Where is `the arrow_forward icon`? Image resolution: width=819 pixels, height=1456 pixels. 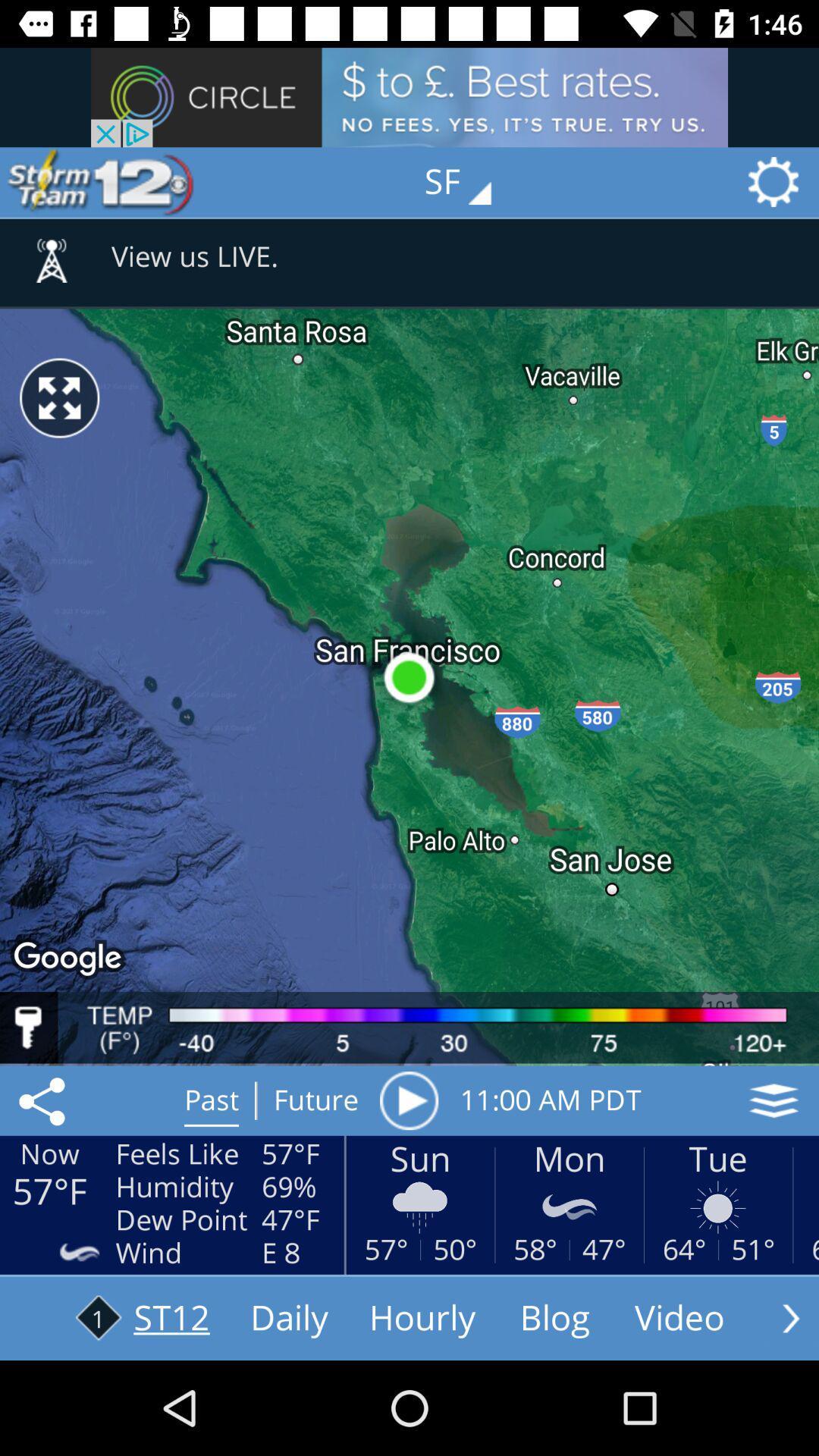 the arrow_forward icon is located at coordinates (790, 1317).